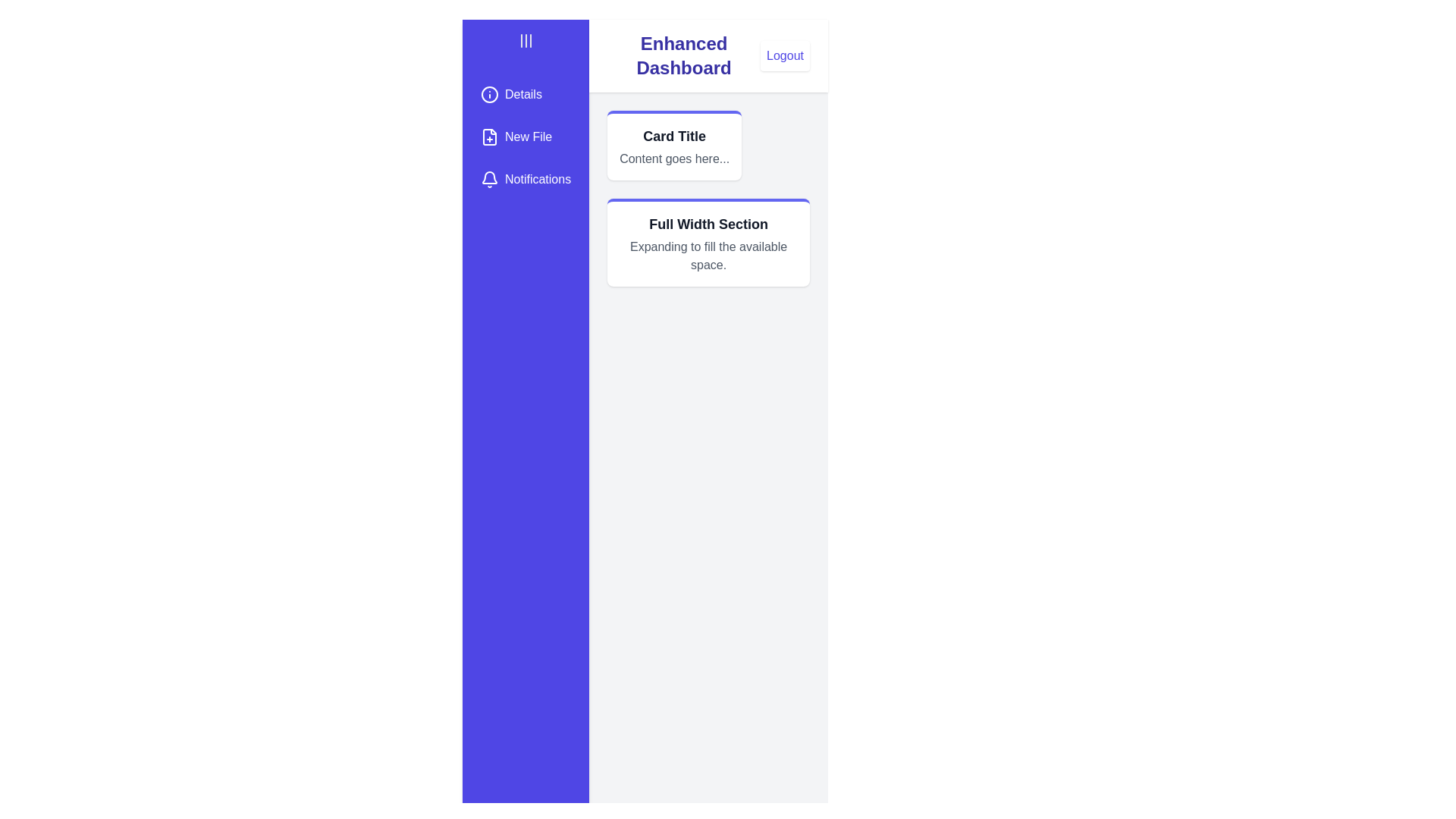 This screenshot has width=1456, height=819. I want to click on the 'Logout' button located in the top-right corner of the header bar to log out, so click(785, 55).